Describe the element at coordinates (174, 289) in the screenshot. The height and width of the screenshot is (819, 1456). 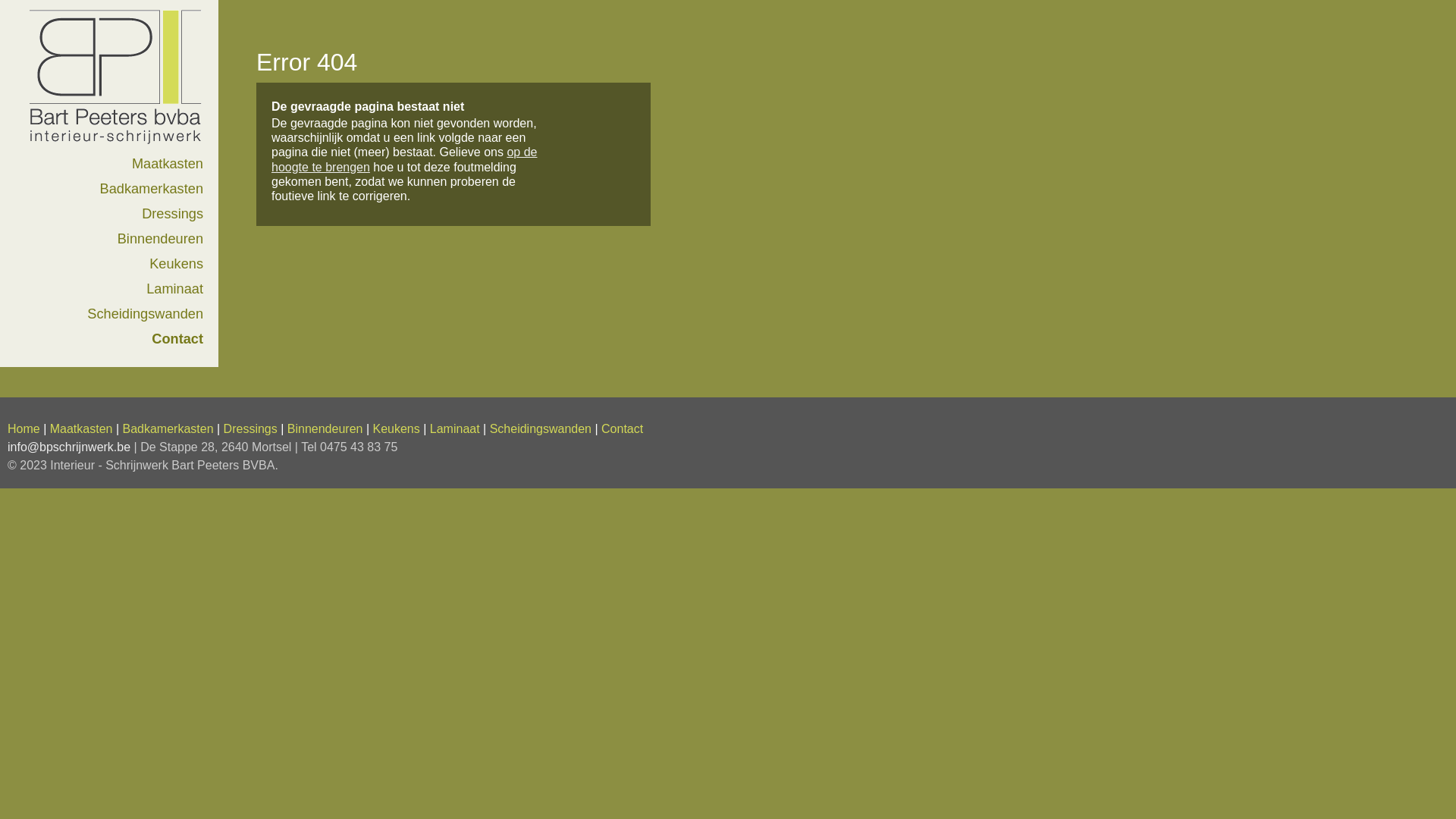
I see `'Laminaat'` at that location.